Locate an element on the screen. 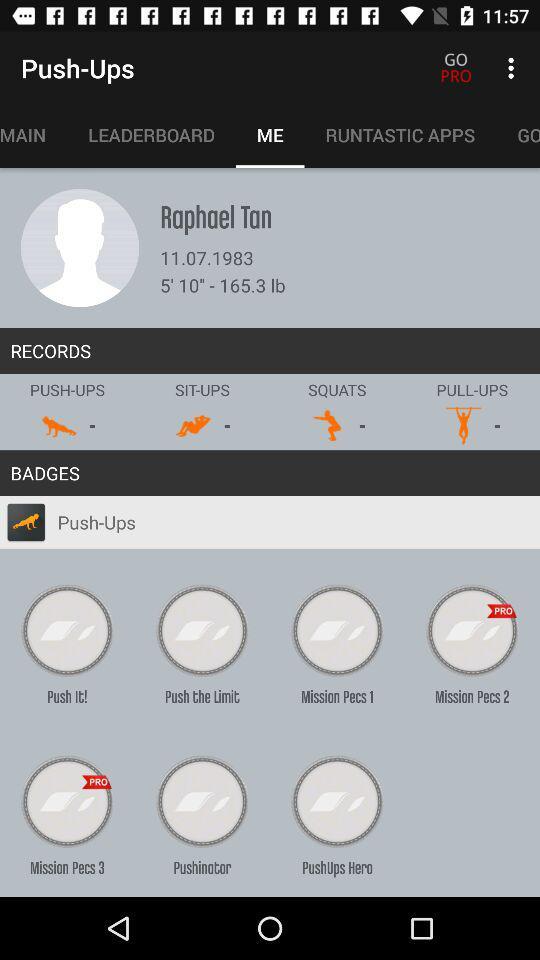 Image resolution: width=540 pixels, height=960 pixels. main icon is located at coordinates (32, 134).